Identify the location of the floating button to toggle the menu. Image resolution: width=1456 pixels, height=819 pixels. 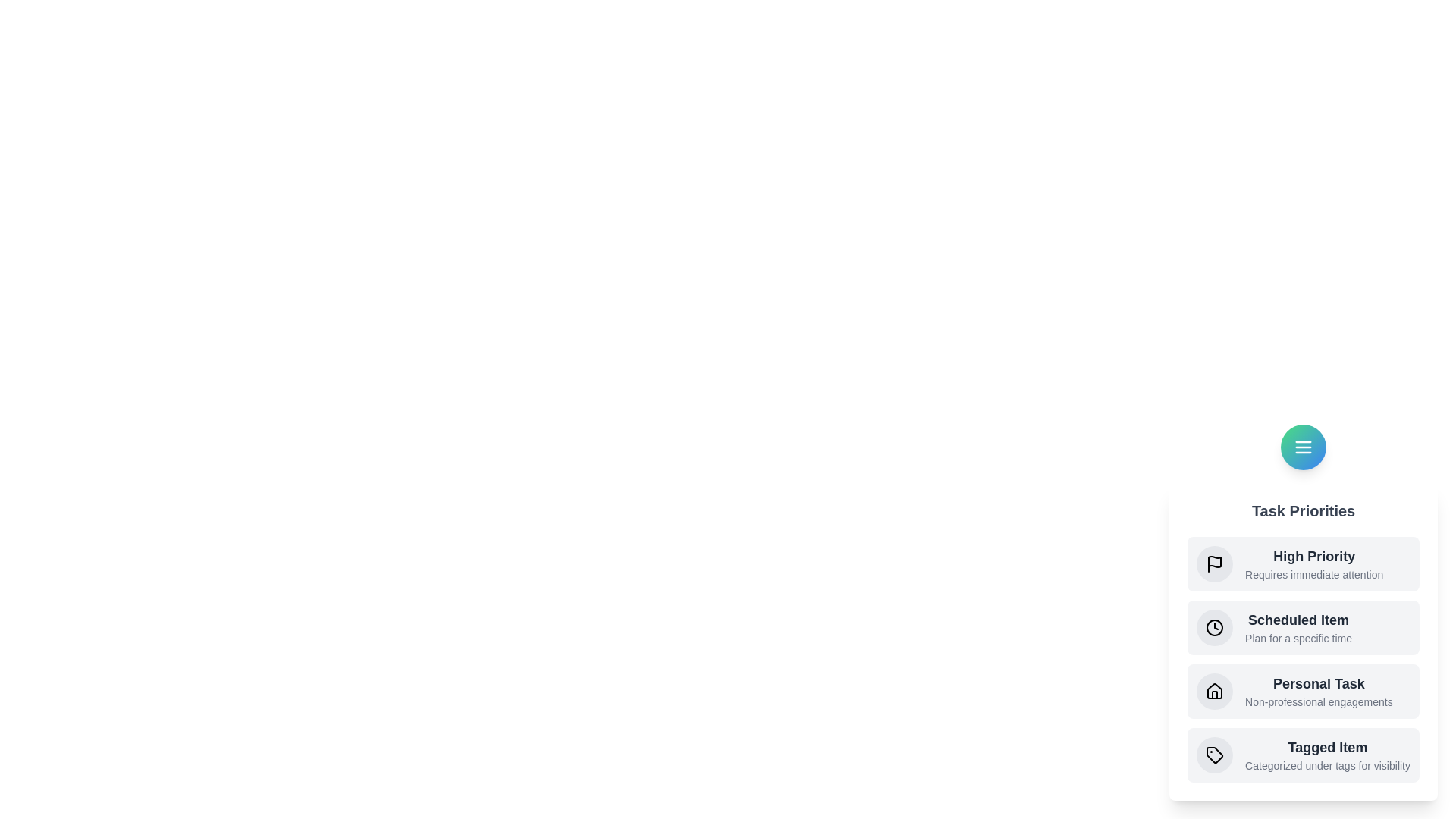
(1302, 447).